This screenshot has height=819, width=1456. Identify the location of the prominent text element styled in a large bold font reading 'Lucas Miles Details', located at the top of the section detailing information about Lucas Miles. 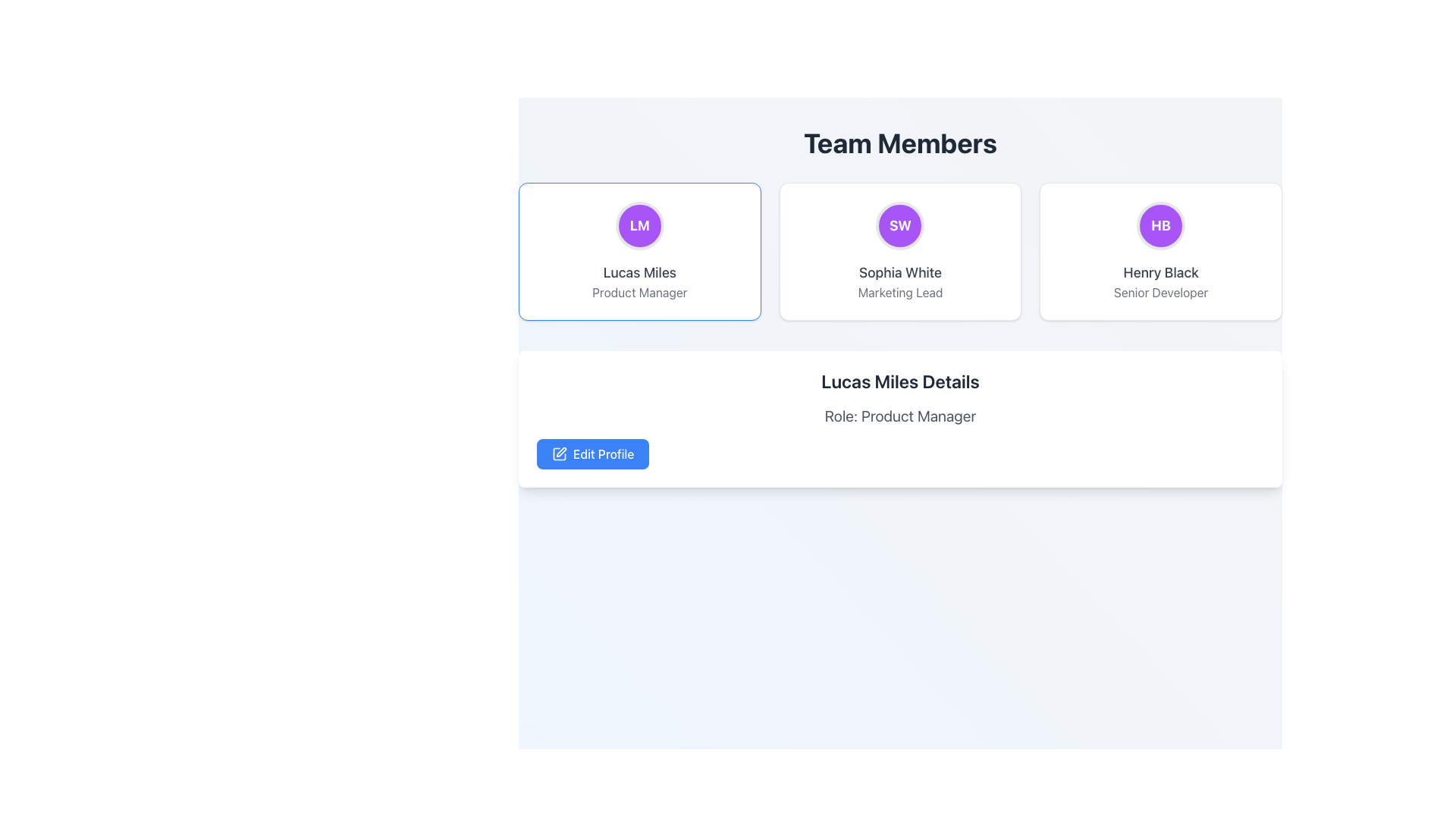
(900, 380).